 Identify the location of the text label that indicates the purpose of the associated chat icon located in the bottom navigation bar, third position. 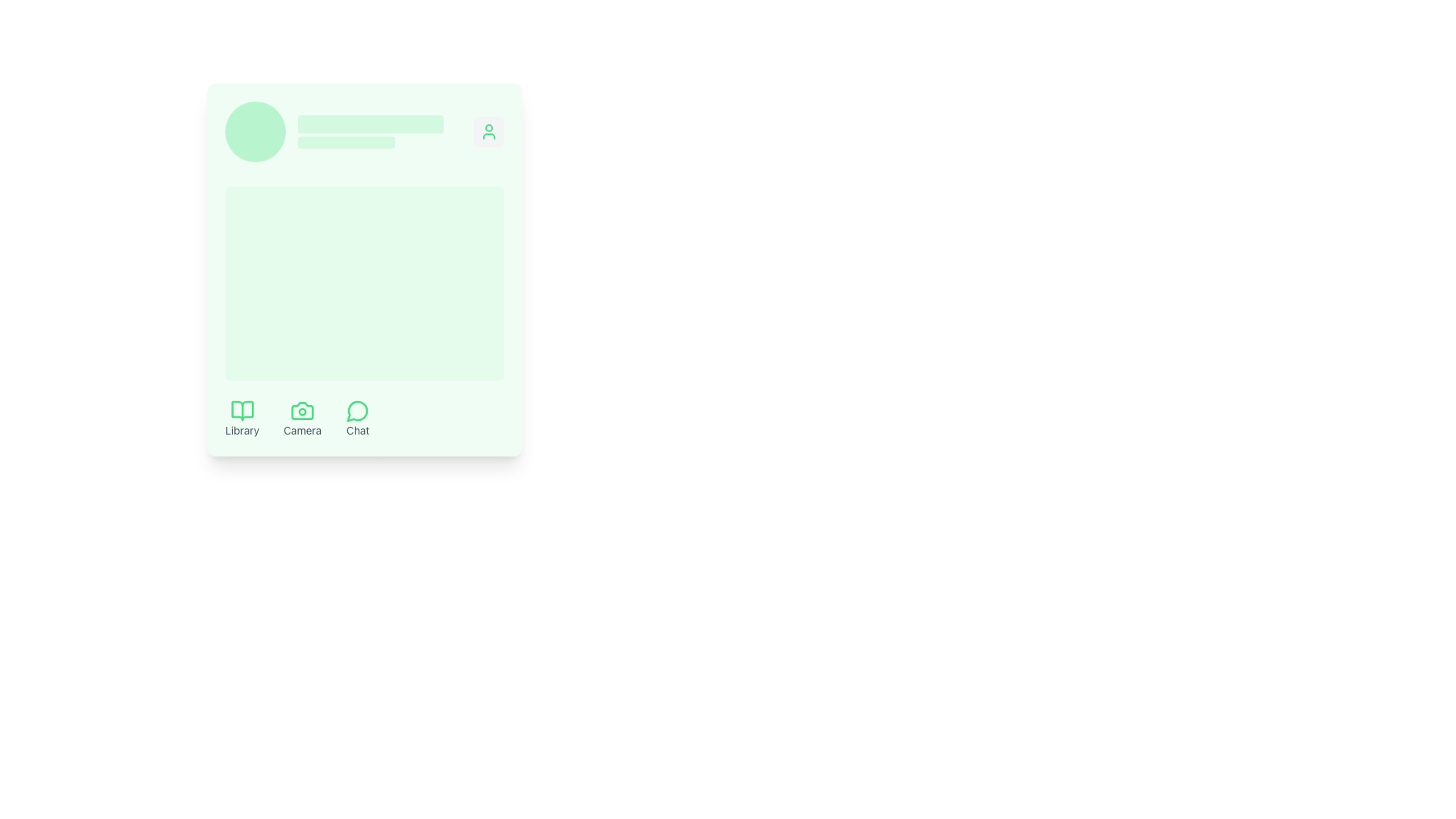
(357, 430).